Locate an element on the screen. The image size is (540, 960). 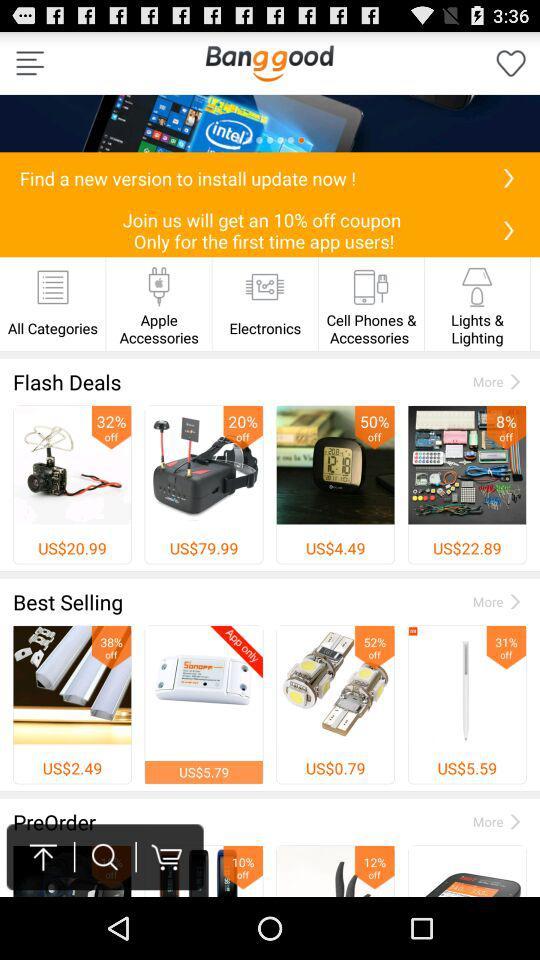
search for updates is located at coordinates (508, 176).